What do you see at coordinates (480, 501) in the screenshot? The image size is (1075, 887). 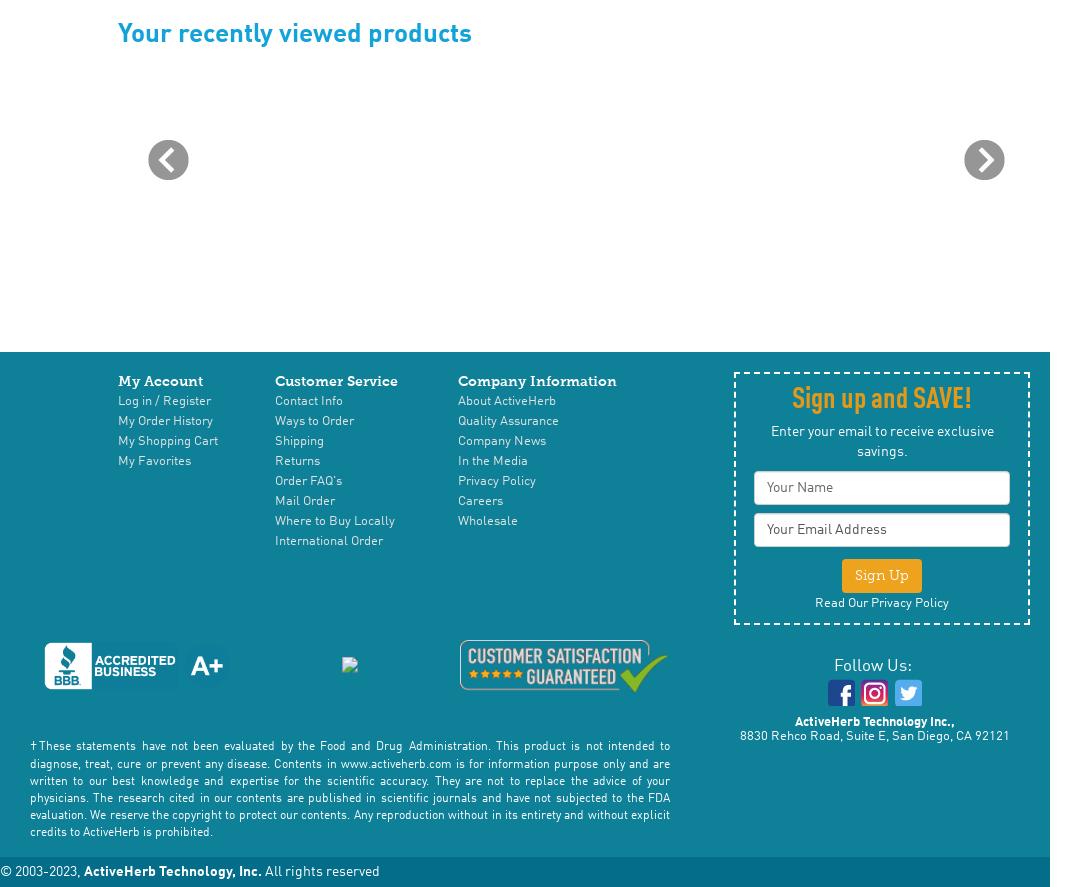 I see `'Careers'` at bounding box center [480, 501].